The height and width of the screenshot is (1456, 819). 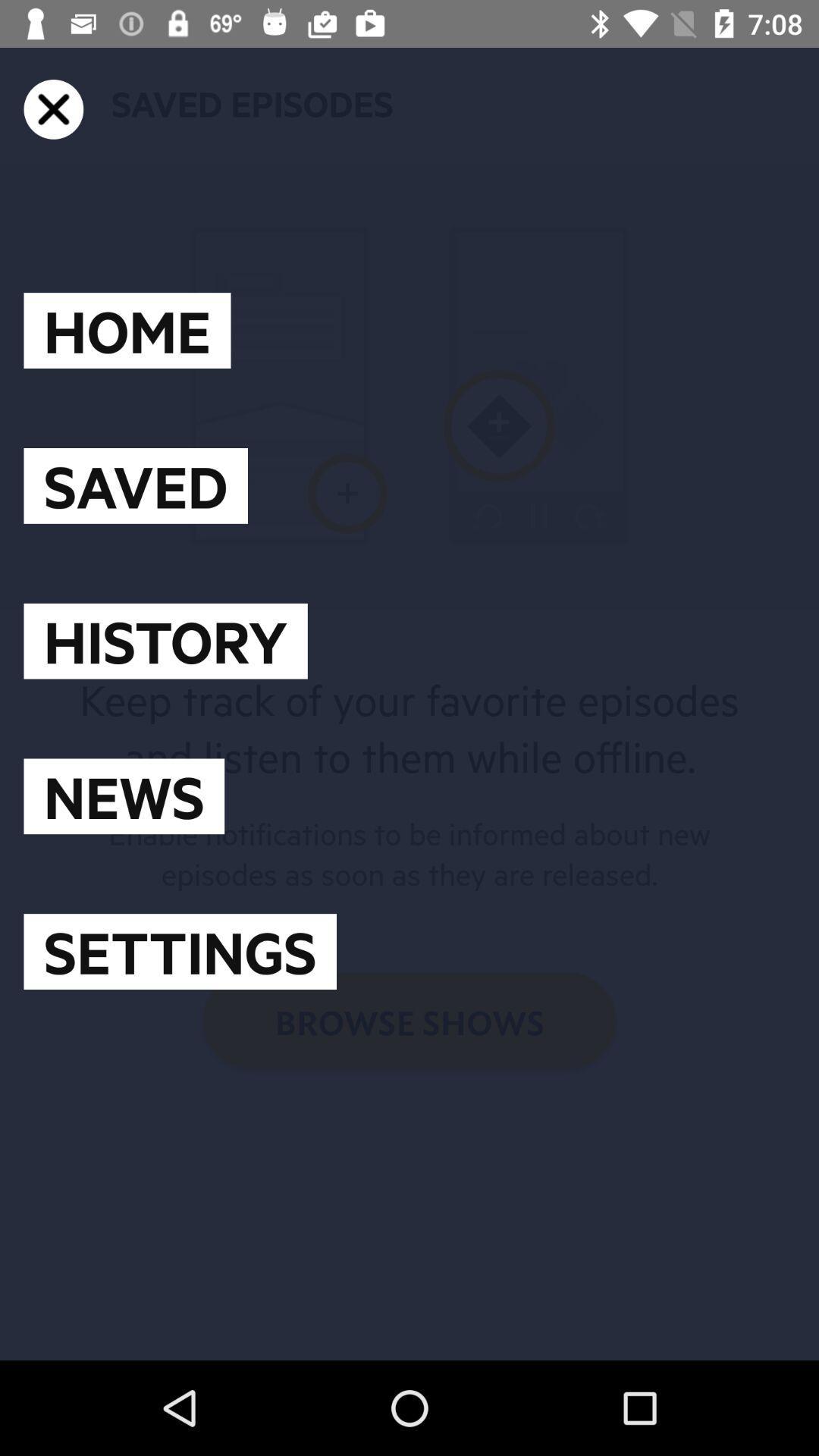 I want to click on news icon, so click(x=123, y=795).